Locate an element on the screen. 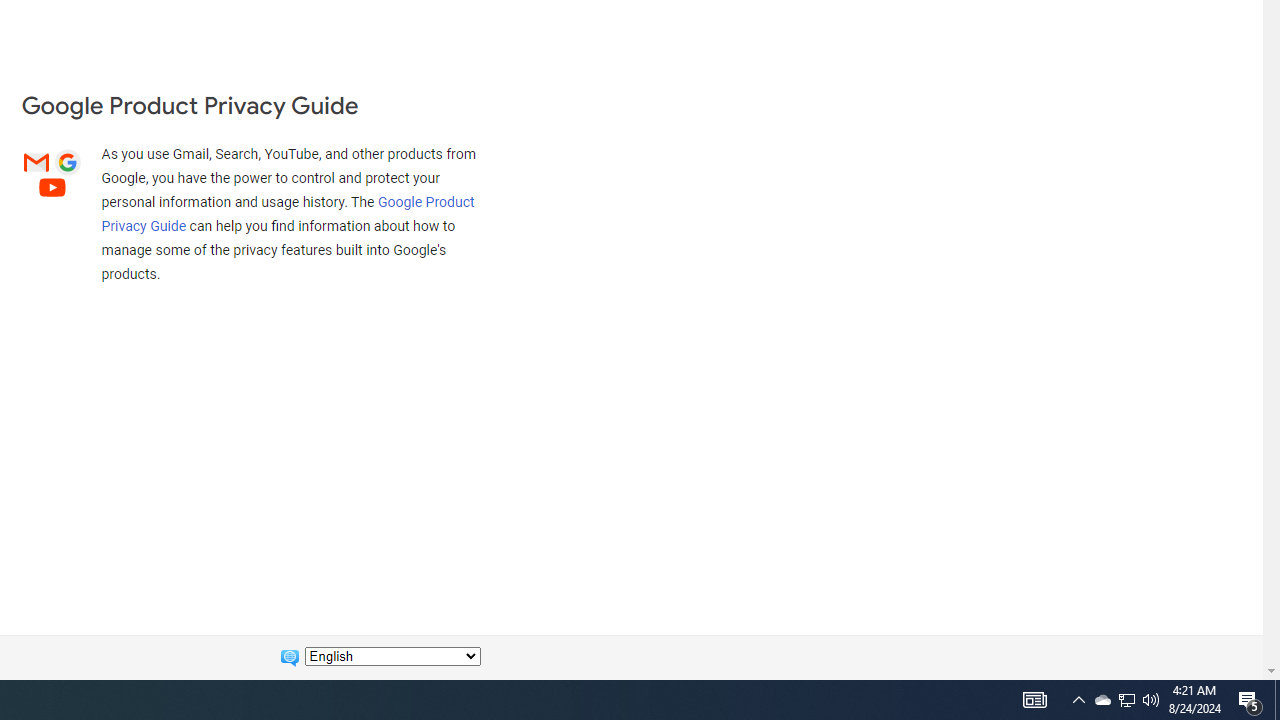 Image resolution: width=1280 pixels, height=720 pixels. 'Change language:' is located at coordinates (392, 656).